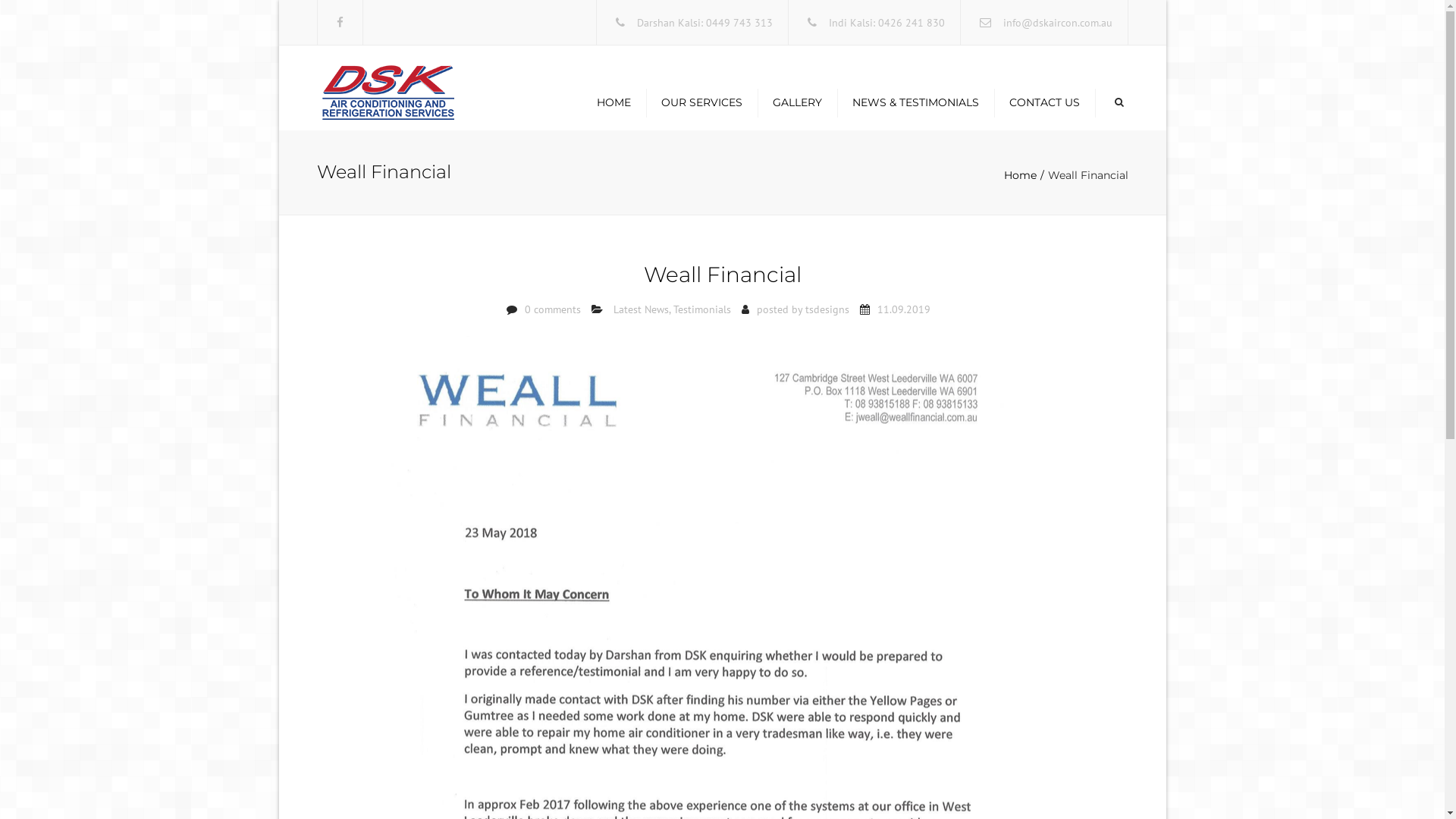 This screenshot has width=1456, height=819. Describe the element at coordinates (1056, 23) in the screenshot. I see `'info@dskaircon.com.au'` at that location.